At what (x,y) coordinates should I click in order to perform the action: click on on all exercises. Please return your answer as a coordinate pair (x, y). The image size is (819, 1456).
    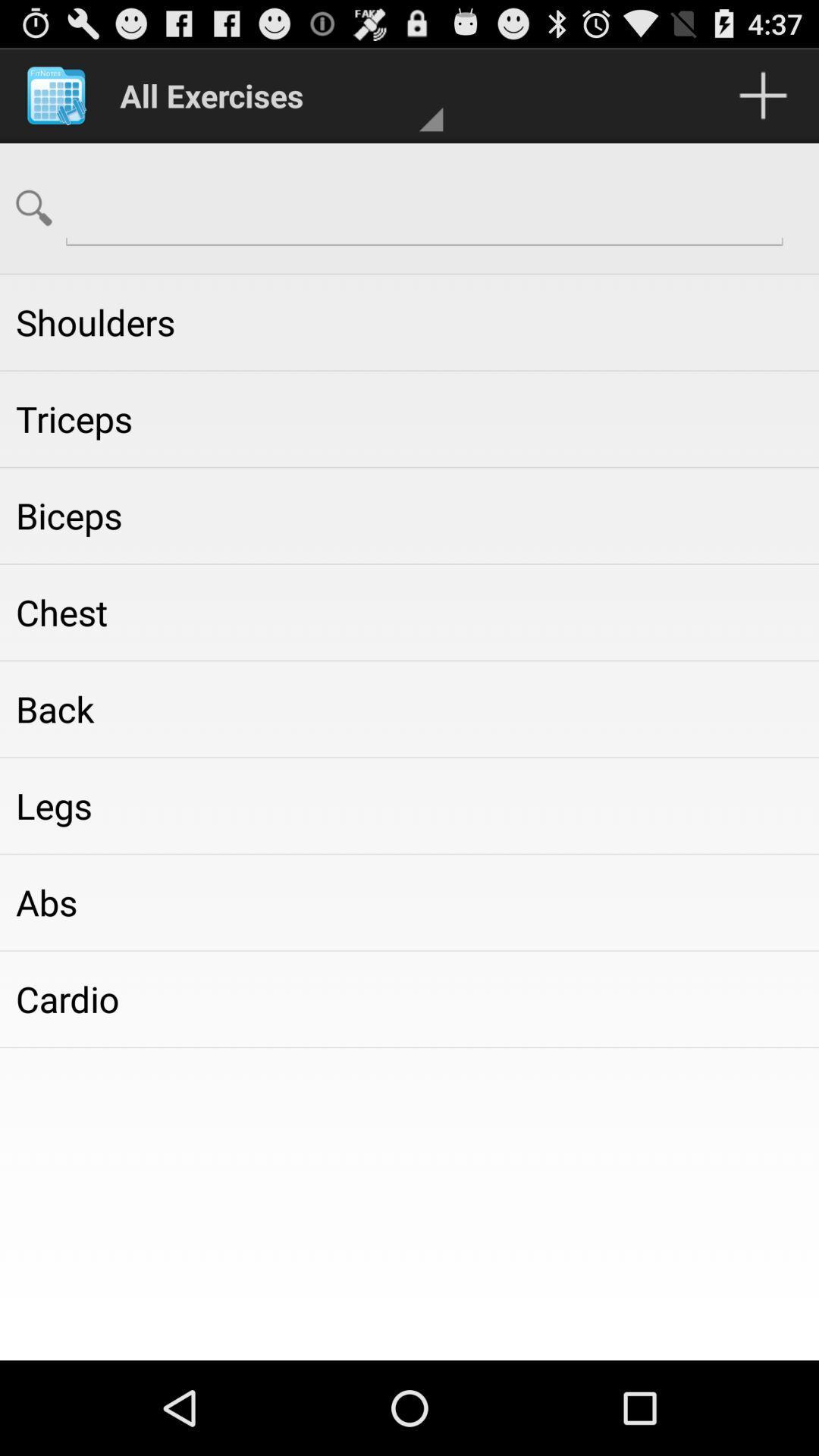
    Looking at the image, I should click on (274, 94).